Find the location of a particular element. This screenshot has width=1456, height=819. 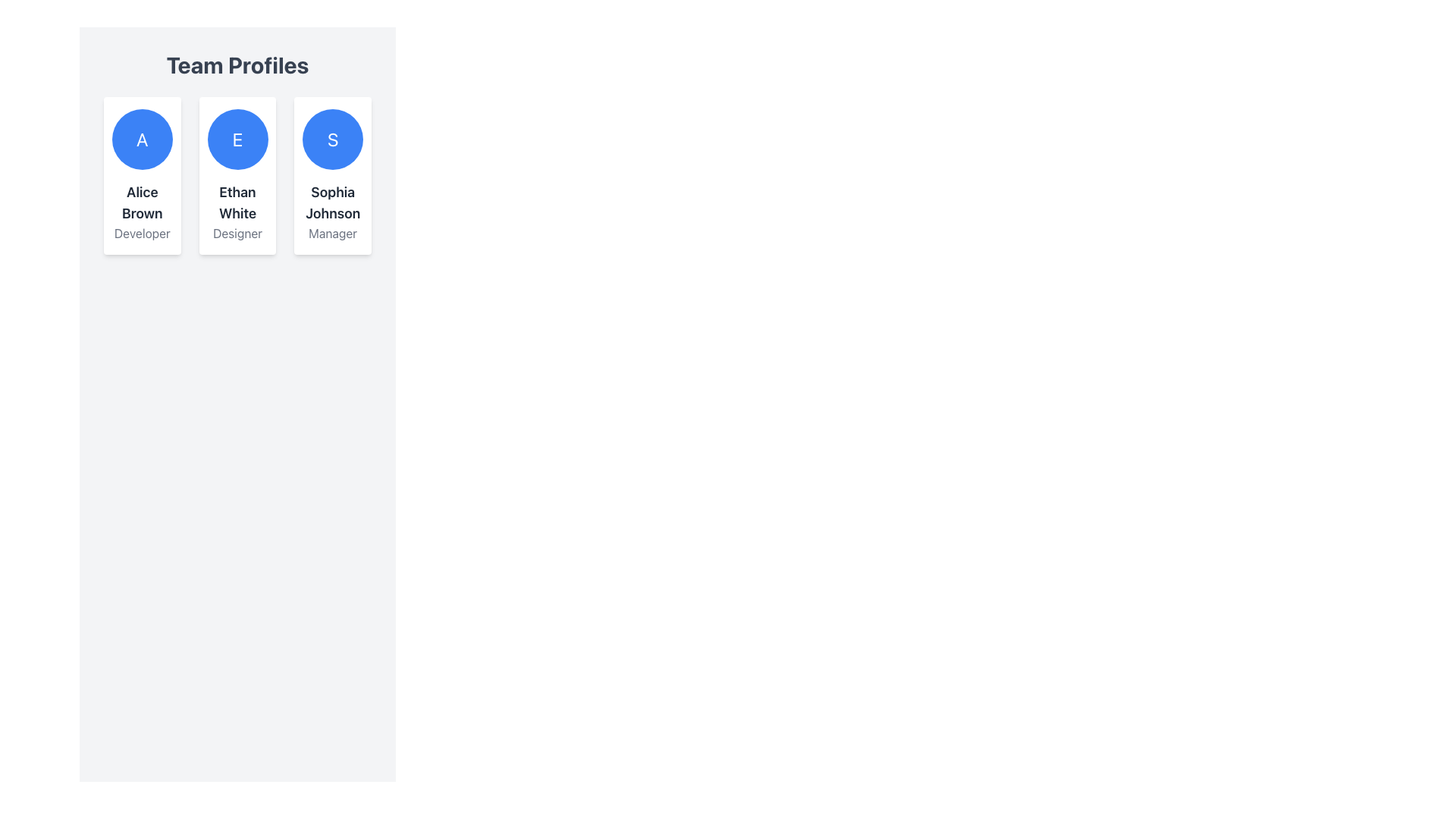

text from the header element that displays 'Team Profiles', which is styled prominently in bold with a large size and dark gray color against a light gray background is located at coordinates (237, 64).